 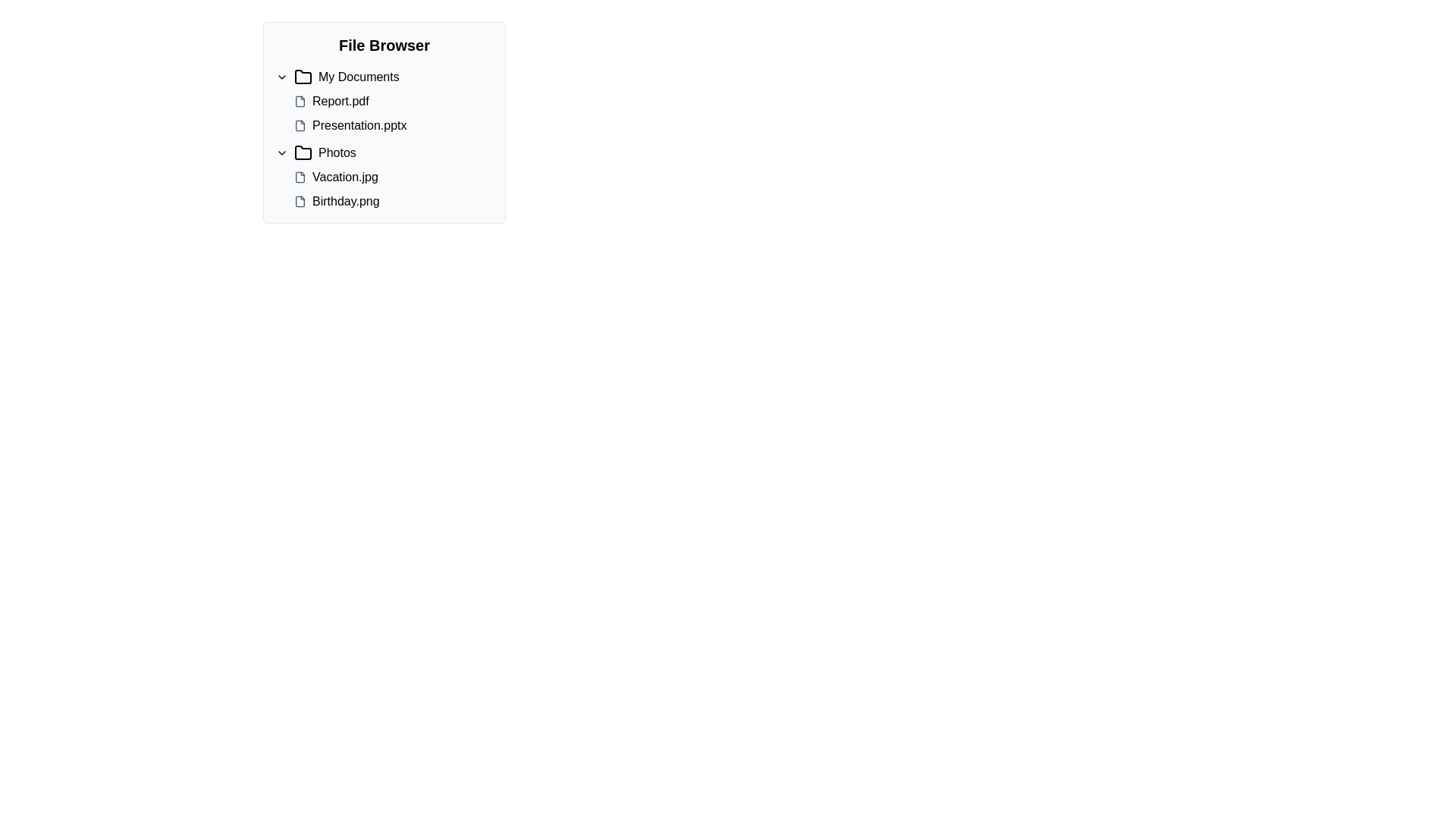 I want to click on the file icon representing 'Vacation.jpg', so click(x=300, y=177).